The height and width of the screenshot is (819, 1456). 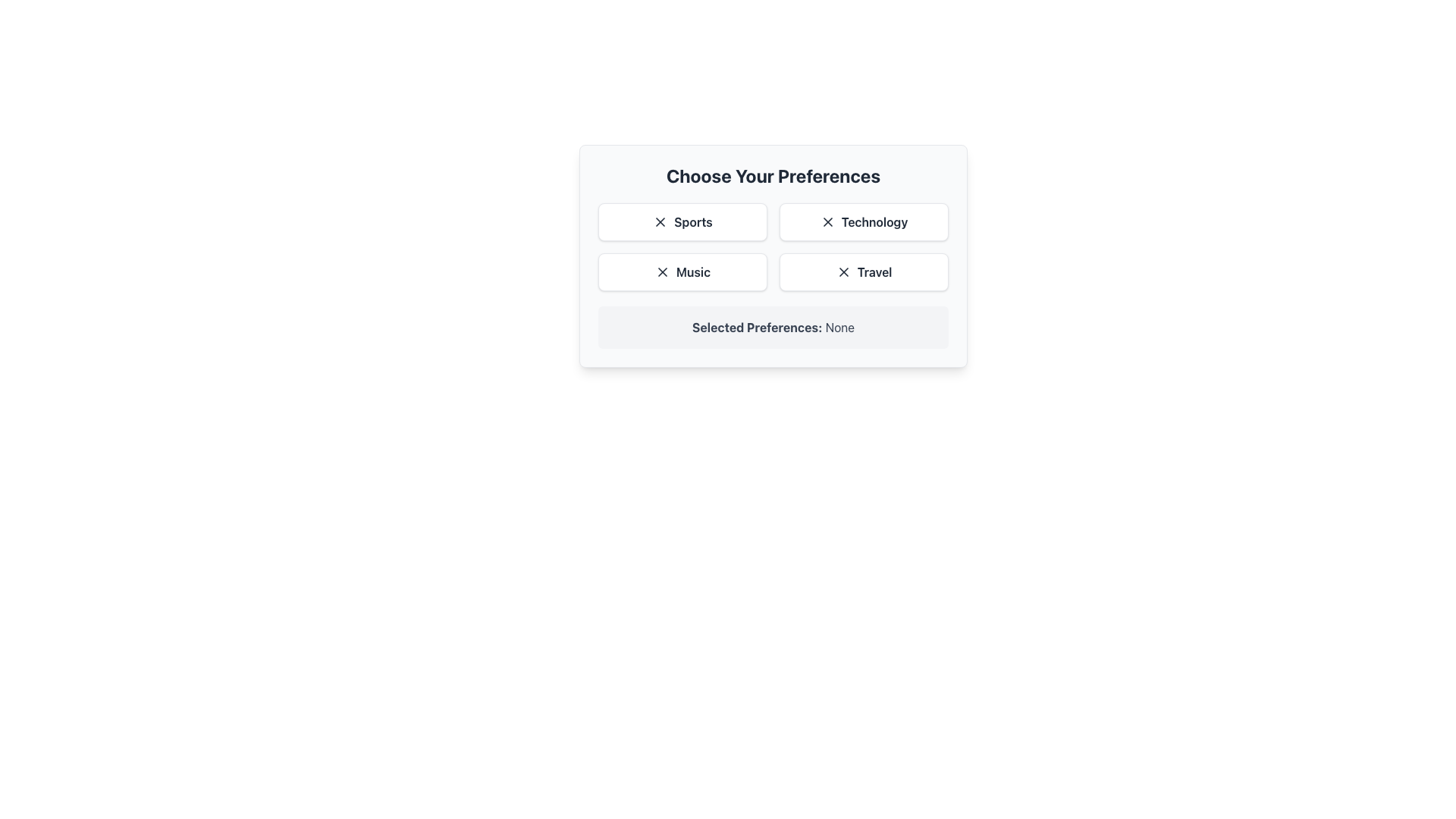 I want to click on the top-left icon within the 'Sports' button in the 'Choose Your Preferences' section to clear the selection, so click(x=660, y=222).